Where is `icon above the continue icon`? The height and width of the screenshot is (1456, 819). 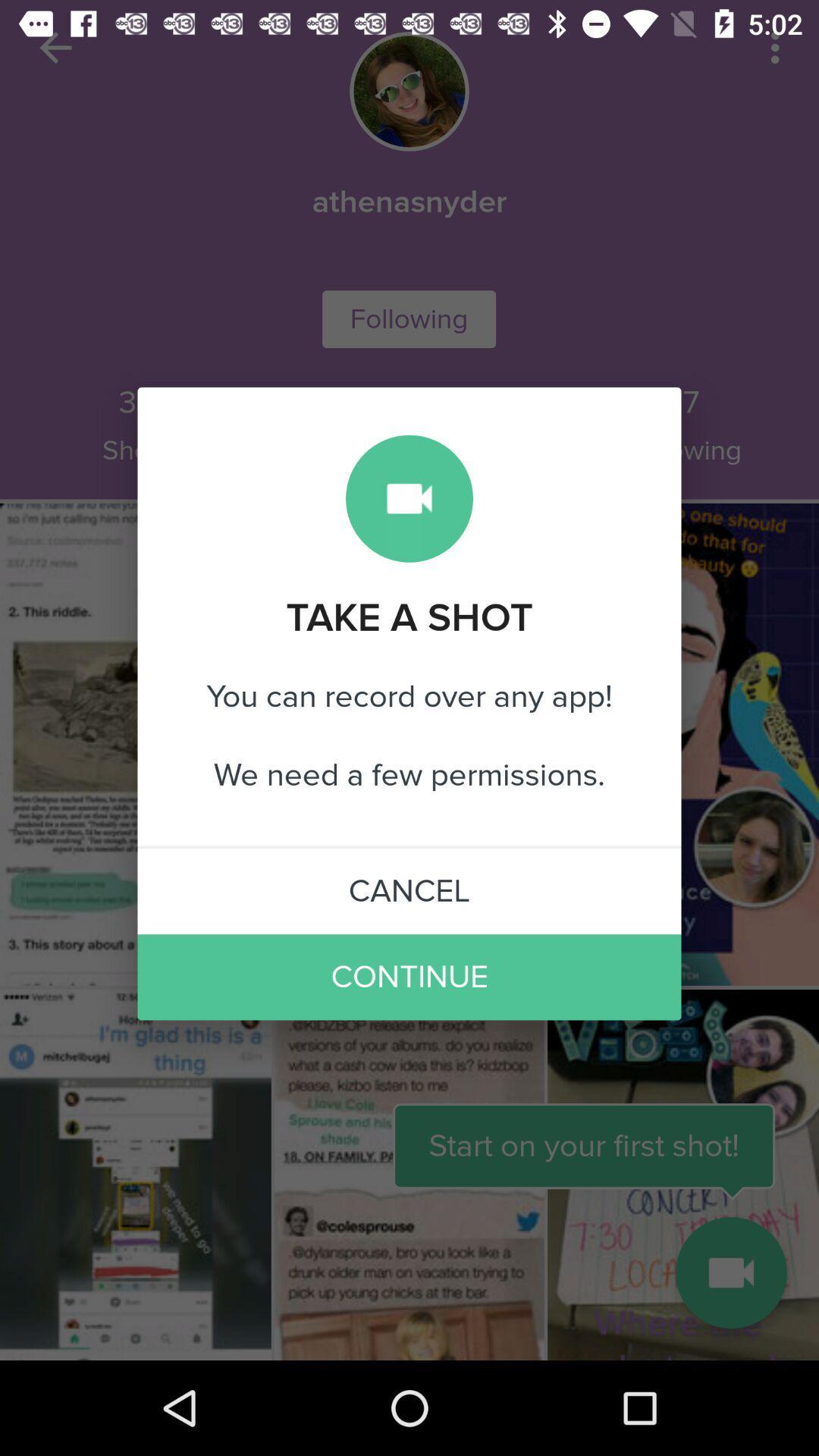 icon above the continue icon is located at coordinates (409, 891).